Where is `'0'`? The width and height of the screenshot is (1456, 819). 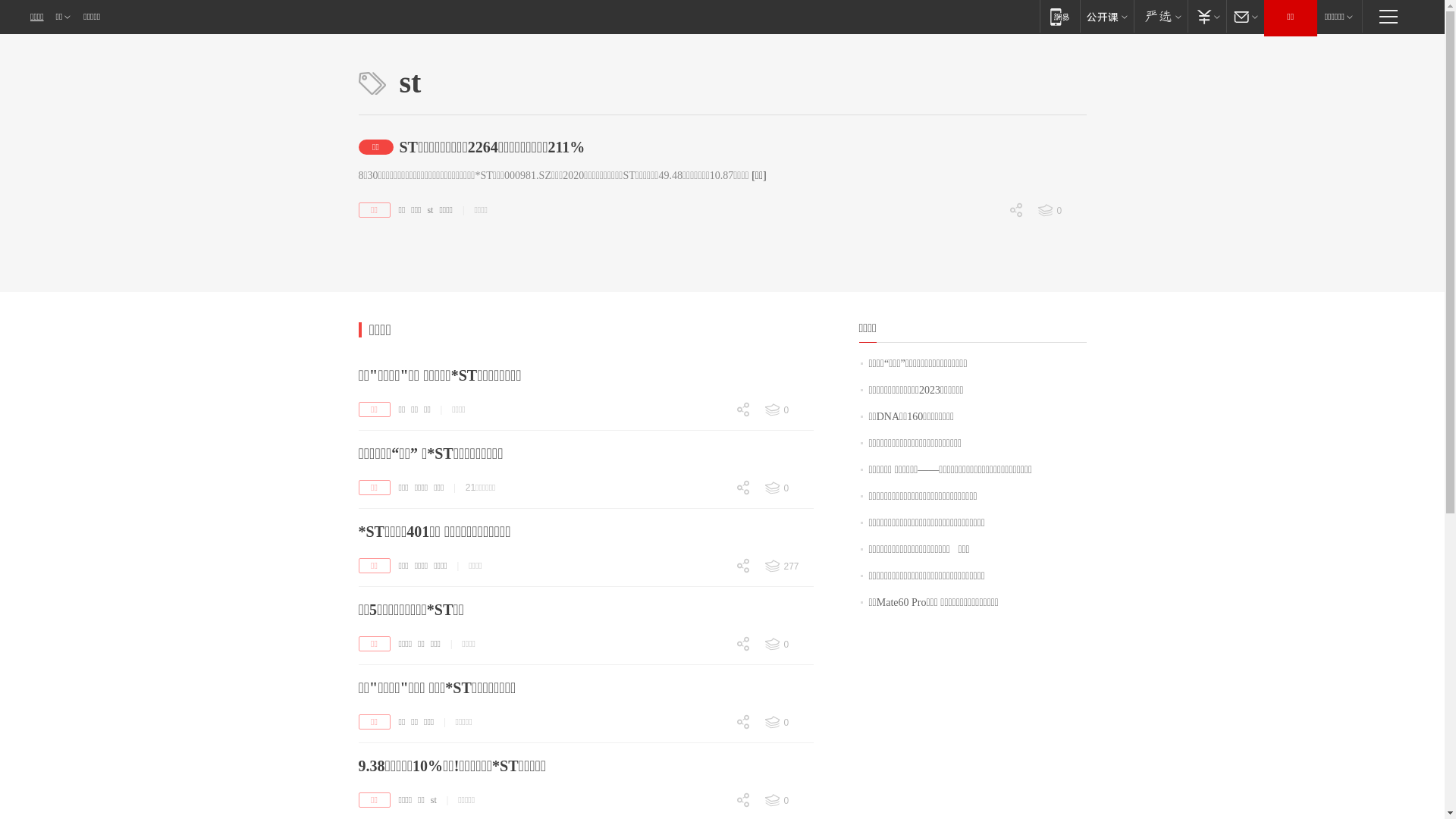
'0' is located at coordinates (1037, 210).